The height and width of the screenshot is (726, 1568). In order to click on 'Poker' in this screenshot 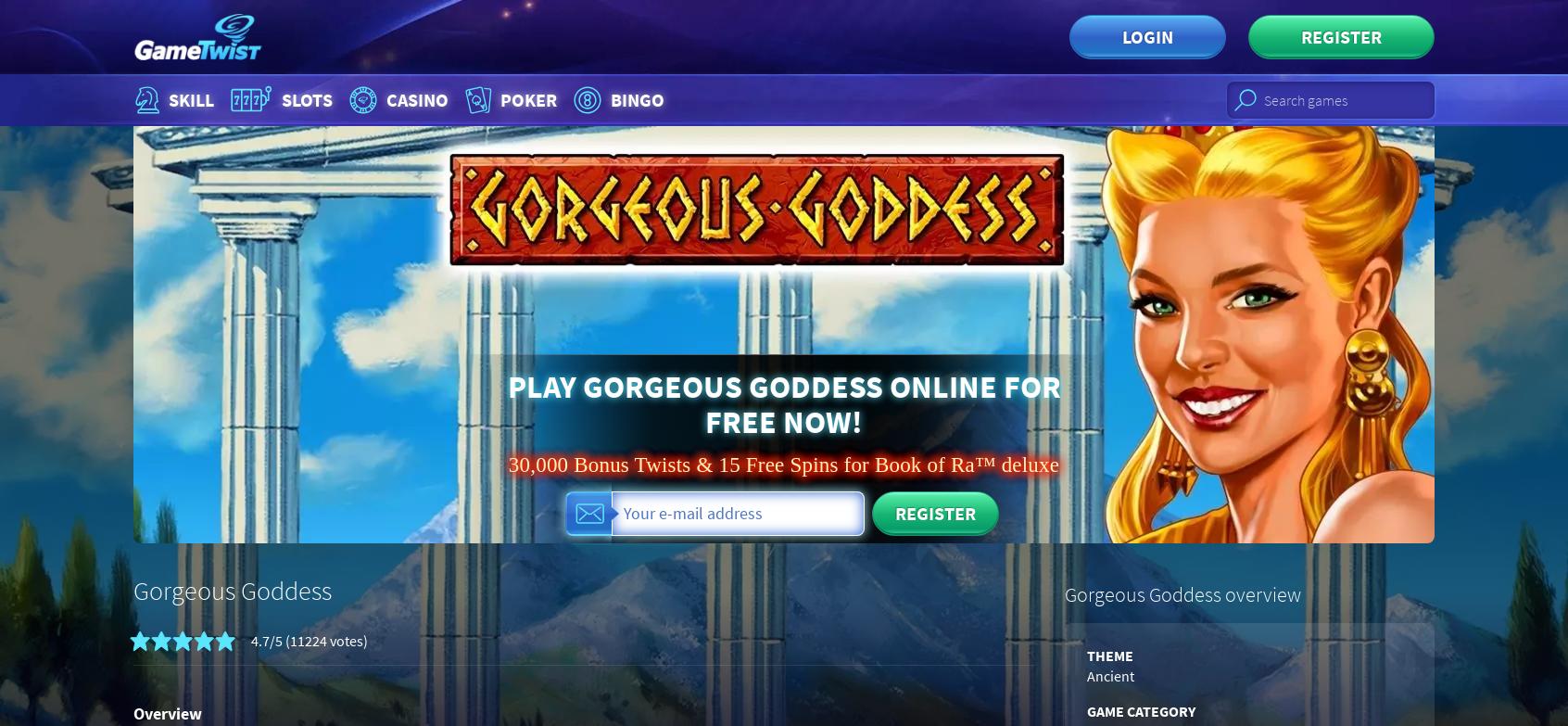, I will do `click(527, 99)`.